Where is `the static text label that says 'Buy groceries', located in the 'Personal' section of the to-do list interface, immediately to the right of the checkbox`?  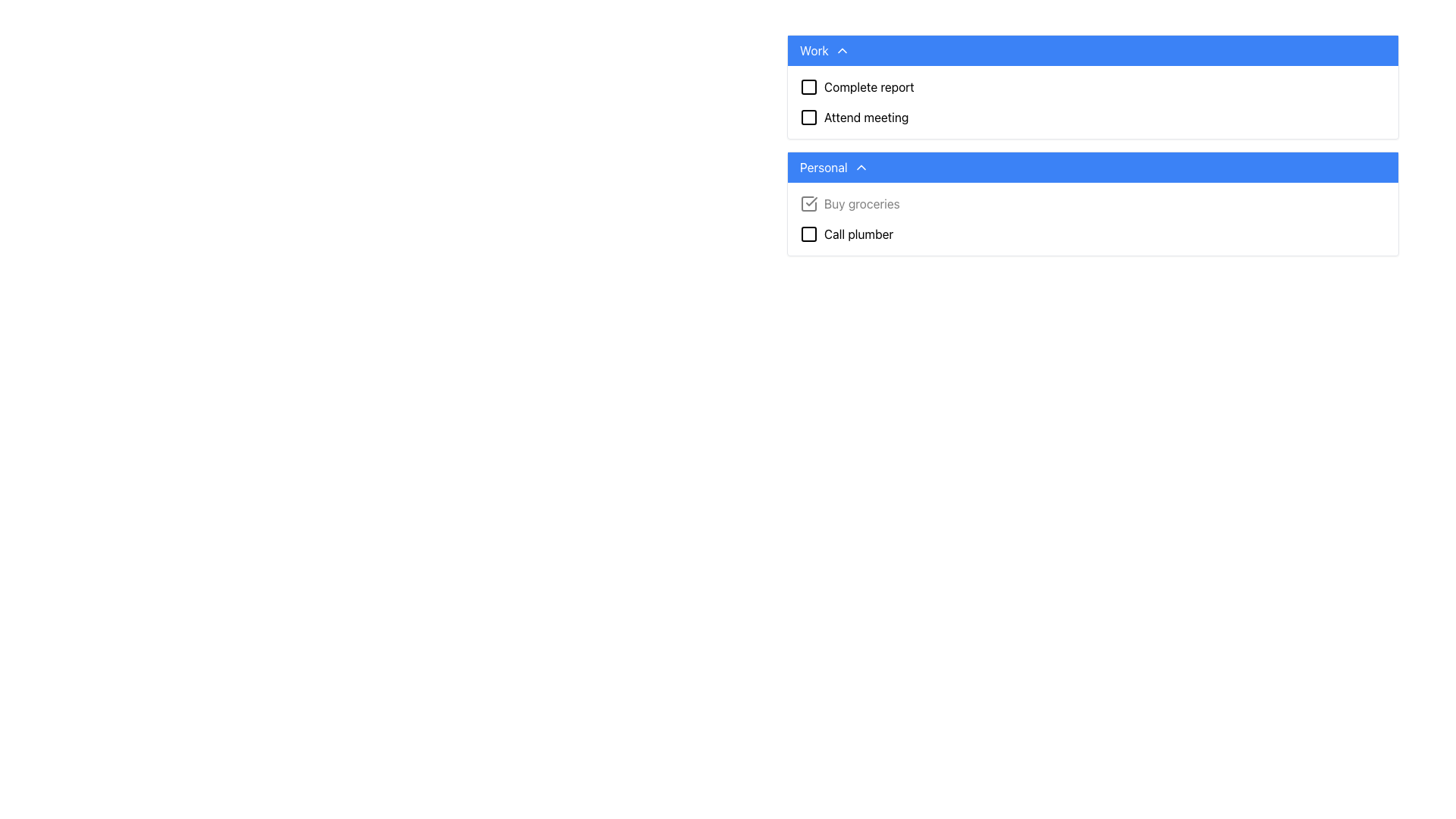 the static text label that says 'Buy groceries', located in the 'Personal' section of the to-do list interface, immediately to the right of the checkbox is located at coordinates (861, 203).